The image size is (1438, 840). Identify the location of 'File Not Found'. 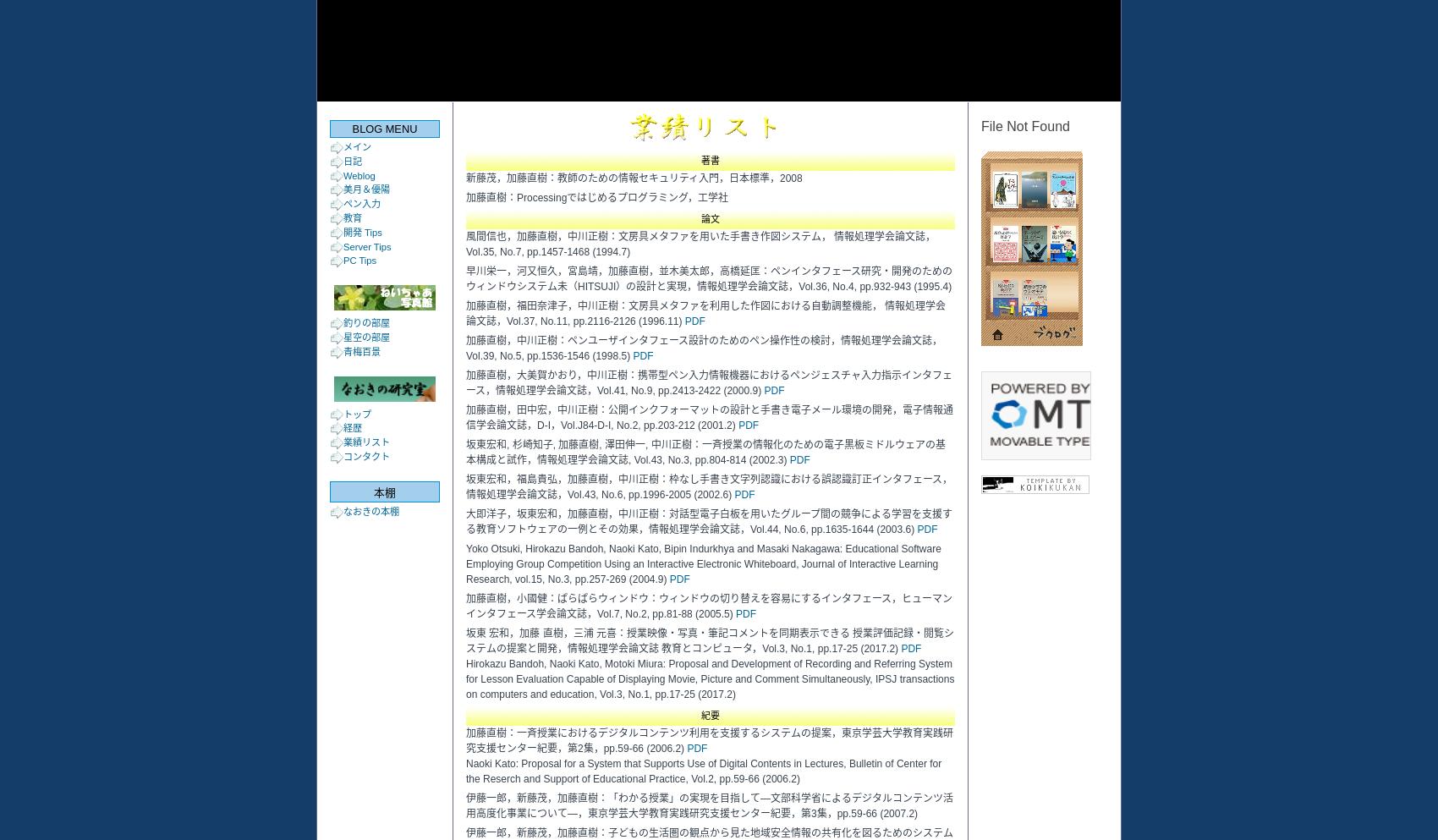
(981, 126).